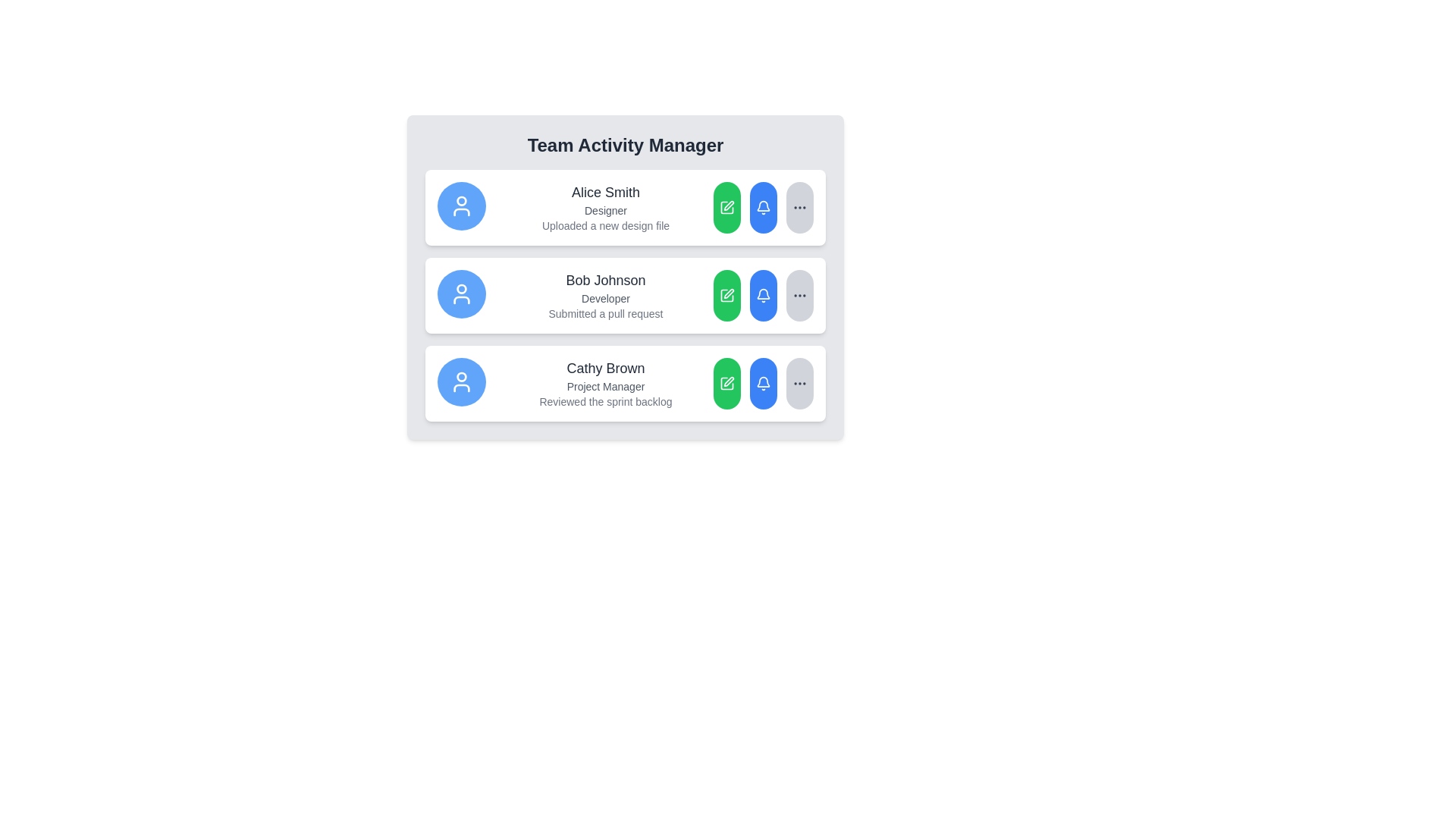  What do you see at coordinates (604, 369) in the screenshot?
I see `the static text display that shows the name of the individual associated with the activity in the third row of the 'Team Activity Manager' interface, positioned above 'Project Manager' and 'Reviewed the sprint backlog'` at bounding box center [604, 369].